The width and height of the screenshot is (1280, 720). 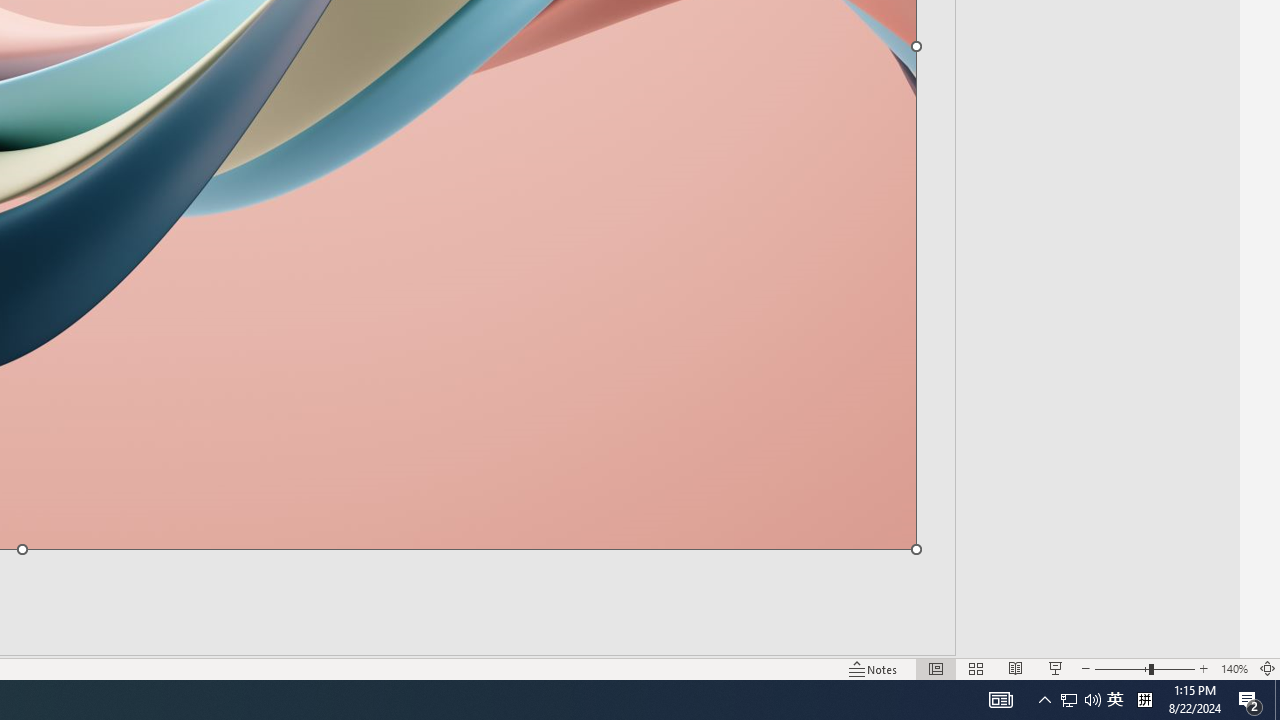 What do you see at coordinates (1266, 669) in the screenshot?
I see `'Zoom to Fit '` at bounding box center [1266, 669].